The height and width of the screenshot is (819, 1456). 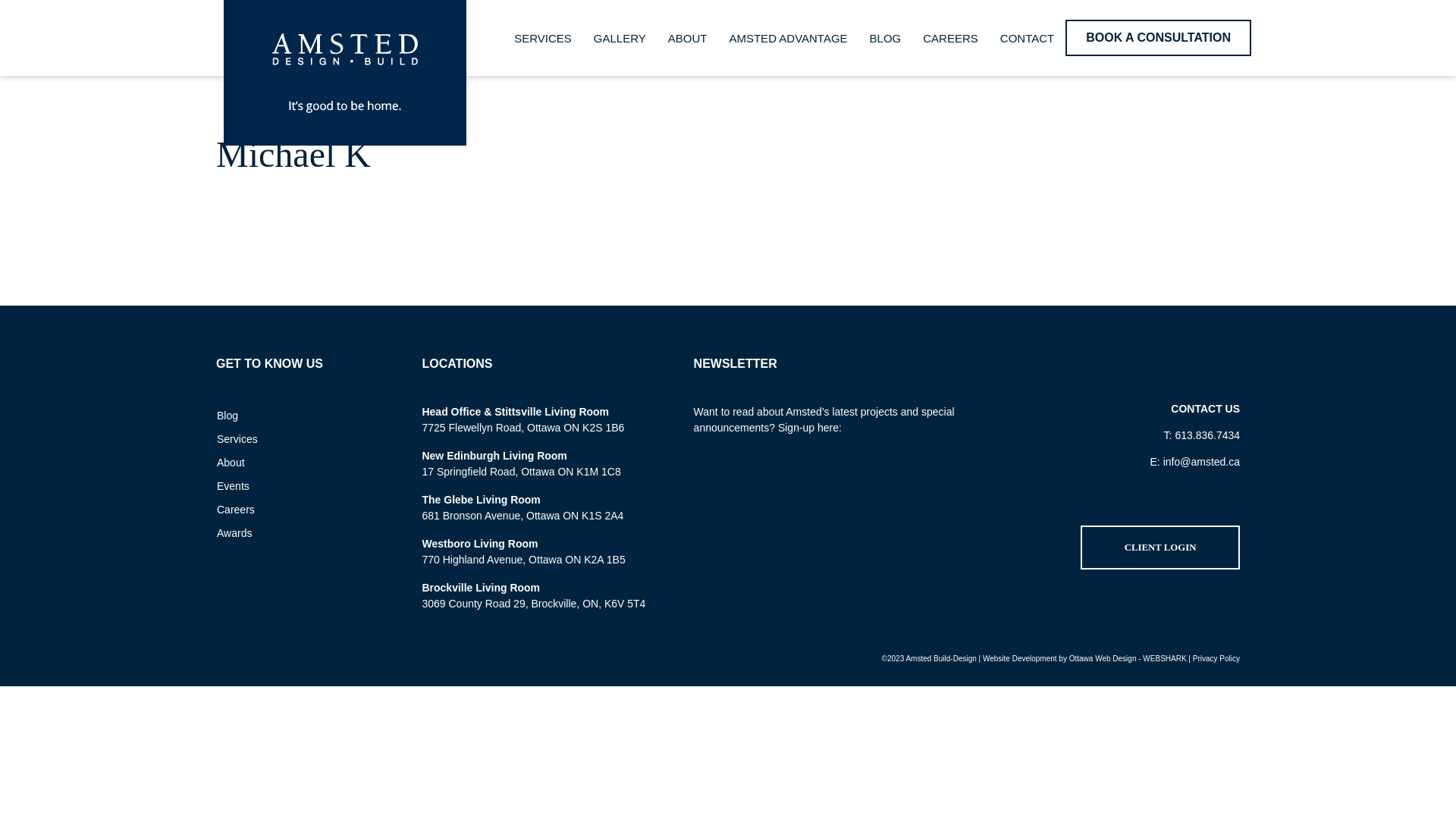 What do you see at coordinates (1163, 657) in the screenshot?
I see `'WEBSHARK'` at bounding box center [1163, 657].